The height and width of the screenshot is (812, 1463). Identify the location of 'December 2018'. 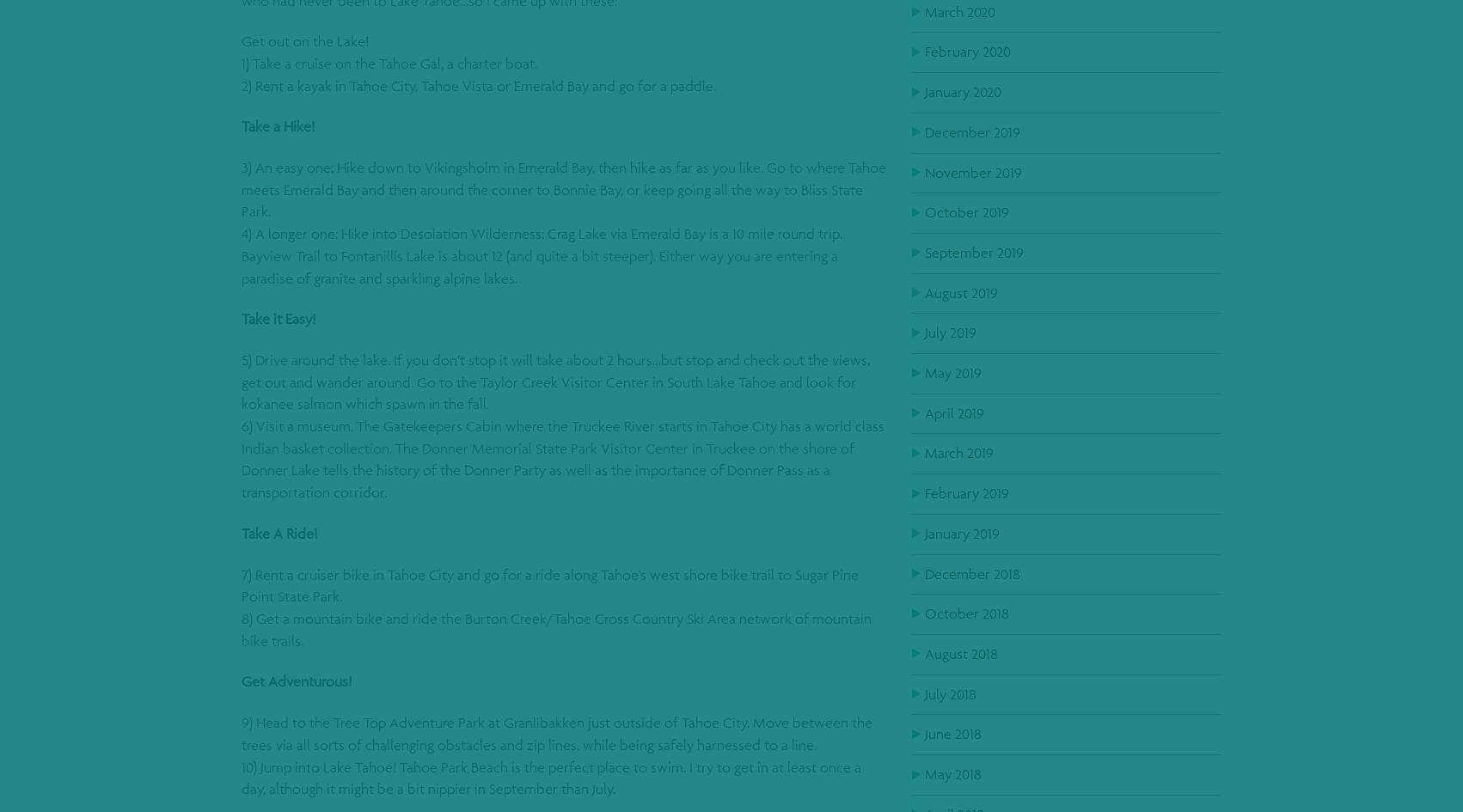
(971, 571).